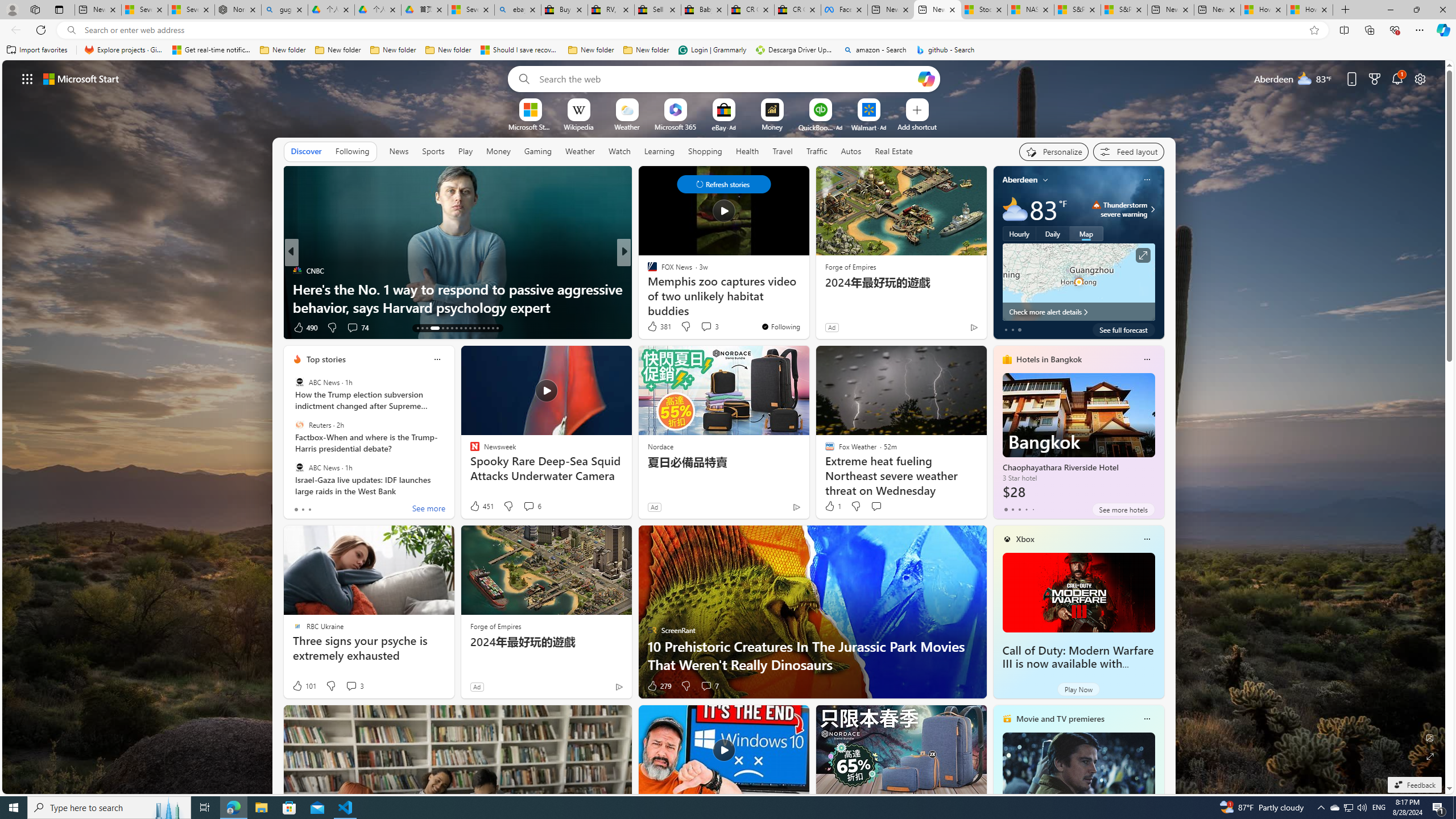 The height and width of the screenshot is (819, 1456). I want to click on 'See full forecast', so click(1123, 329).